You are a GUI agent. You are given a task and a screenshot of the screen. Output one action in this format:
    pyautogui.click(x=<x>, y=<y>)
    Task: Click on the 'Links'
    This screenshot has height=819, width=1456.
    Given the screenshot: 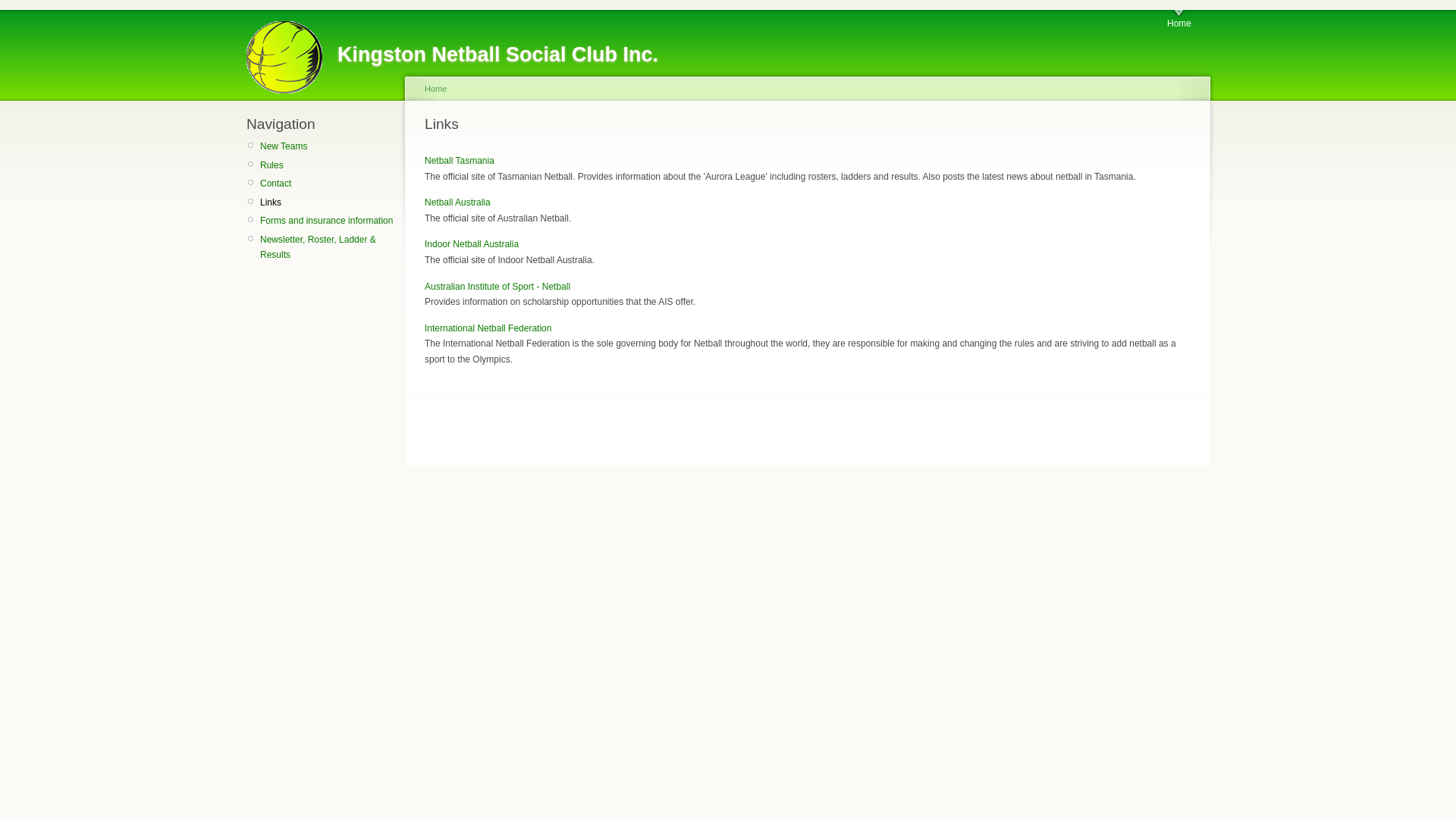 What is the action you would take?
    pyautogui.click(x=259, y=201)
    